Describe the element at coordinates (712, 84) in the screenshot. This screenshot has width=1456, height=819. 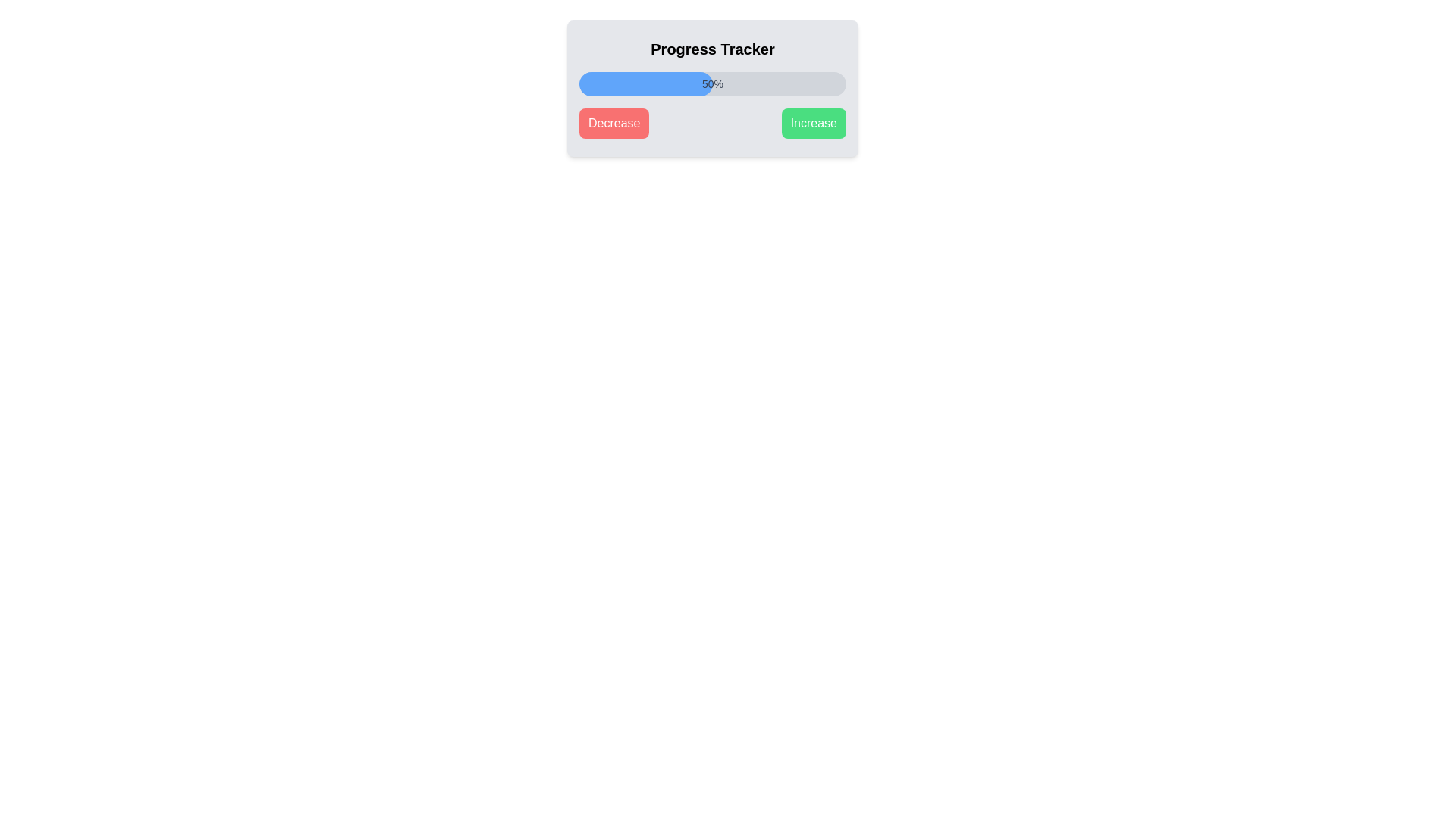
I see `the progress bar that visually represents task completion, located below the header 'Progress Tracker' and above the 'Decrease' and 'Increase' buttons` at that location.